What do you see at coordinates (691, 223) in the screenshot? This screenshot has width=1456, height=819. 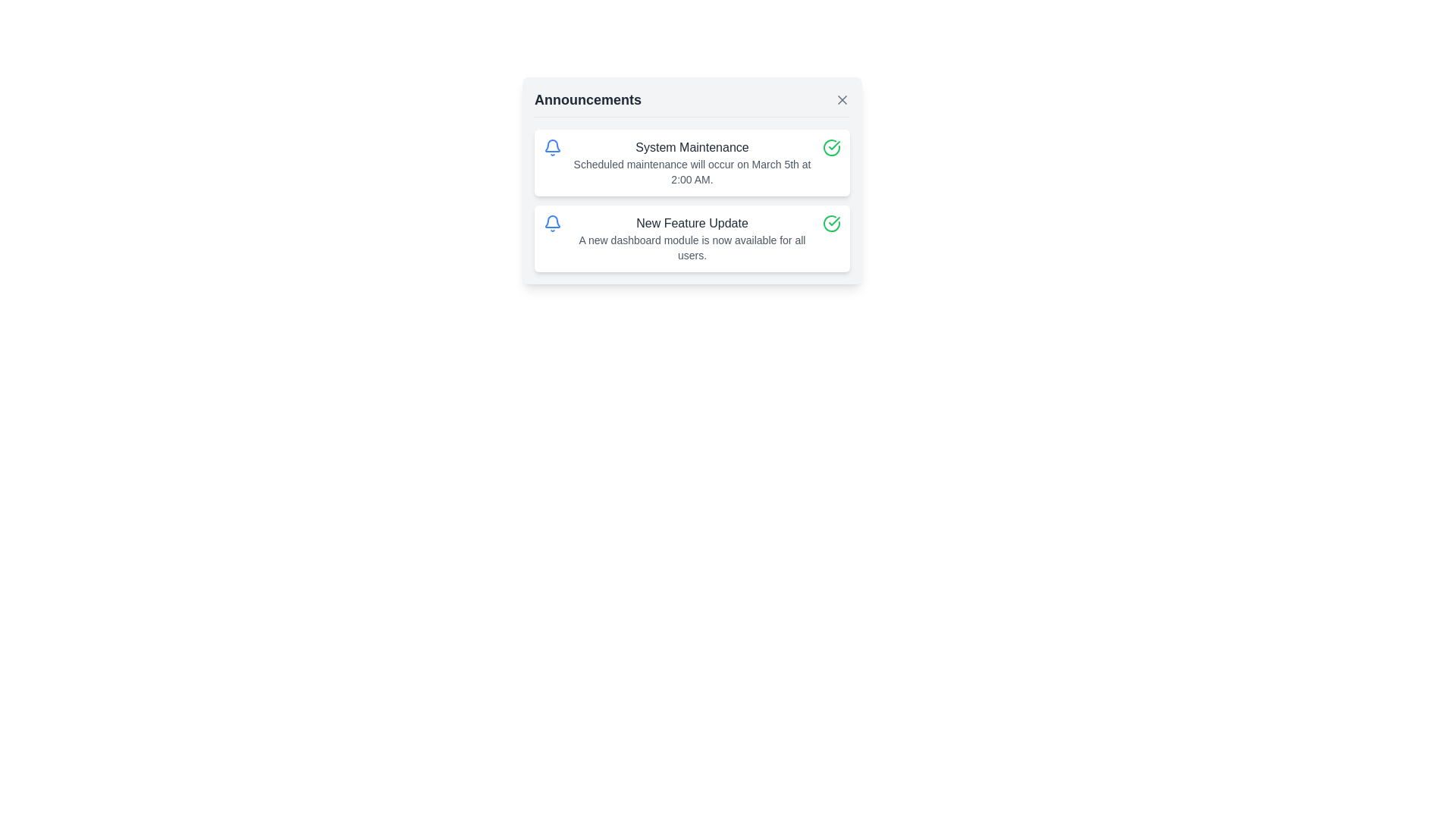 I see `the text line stating 'New Feature Update' in the second notification block to focus on it` at bounding box center [691, 223].